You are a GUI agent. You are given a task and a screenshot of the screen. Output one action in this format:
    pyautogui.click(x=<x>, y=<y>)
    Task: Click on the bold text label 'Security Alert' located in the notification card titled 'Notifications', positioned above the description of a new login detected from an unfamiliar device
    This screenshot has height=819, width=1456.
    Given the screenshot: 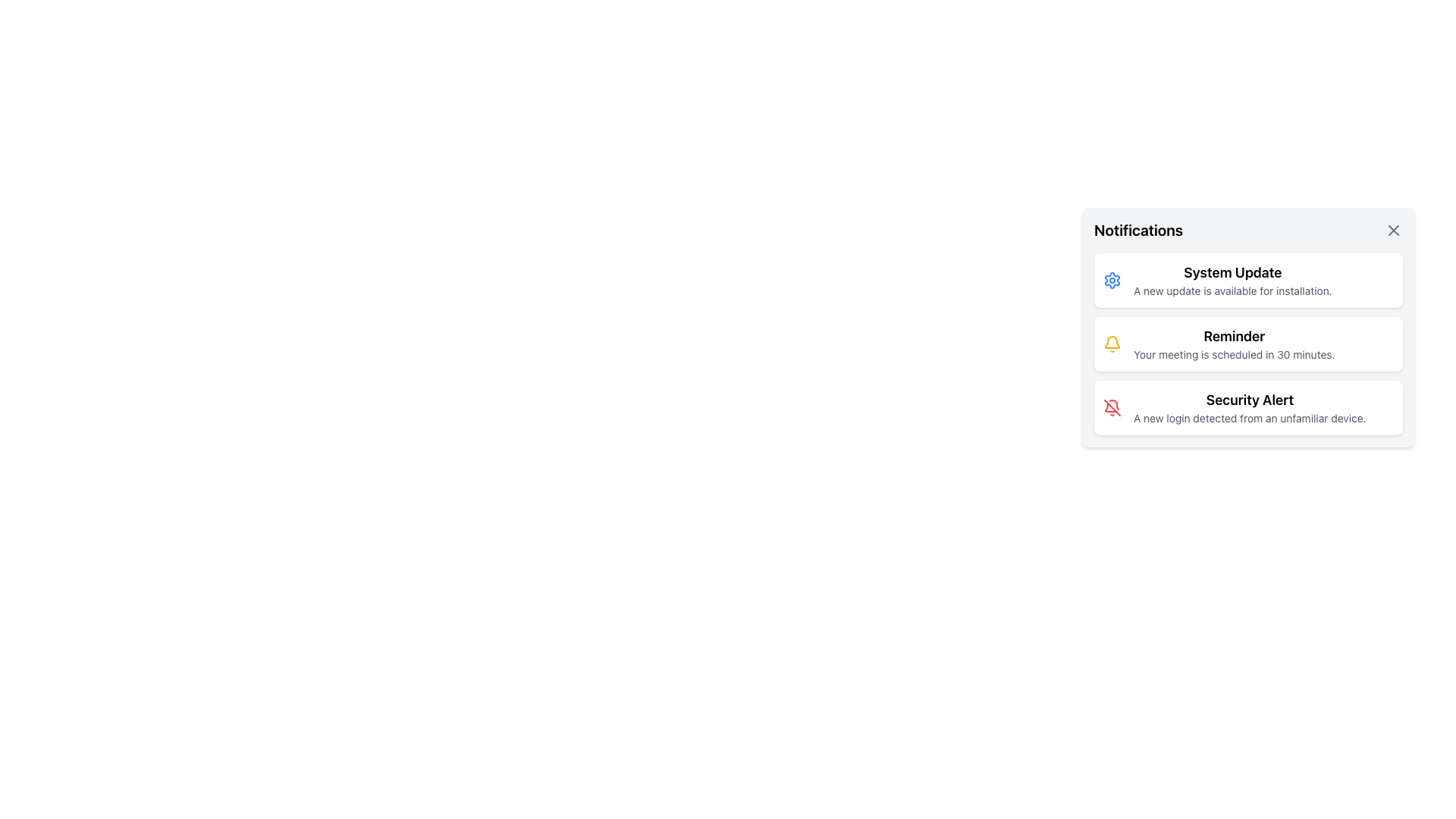 What is the action you would take?
    pyautogui.click(x=1250, y=400)
    